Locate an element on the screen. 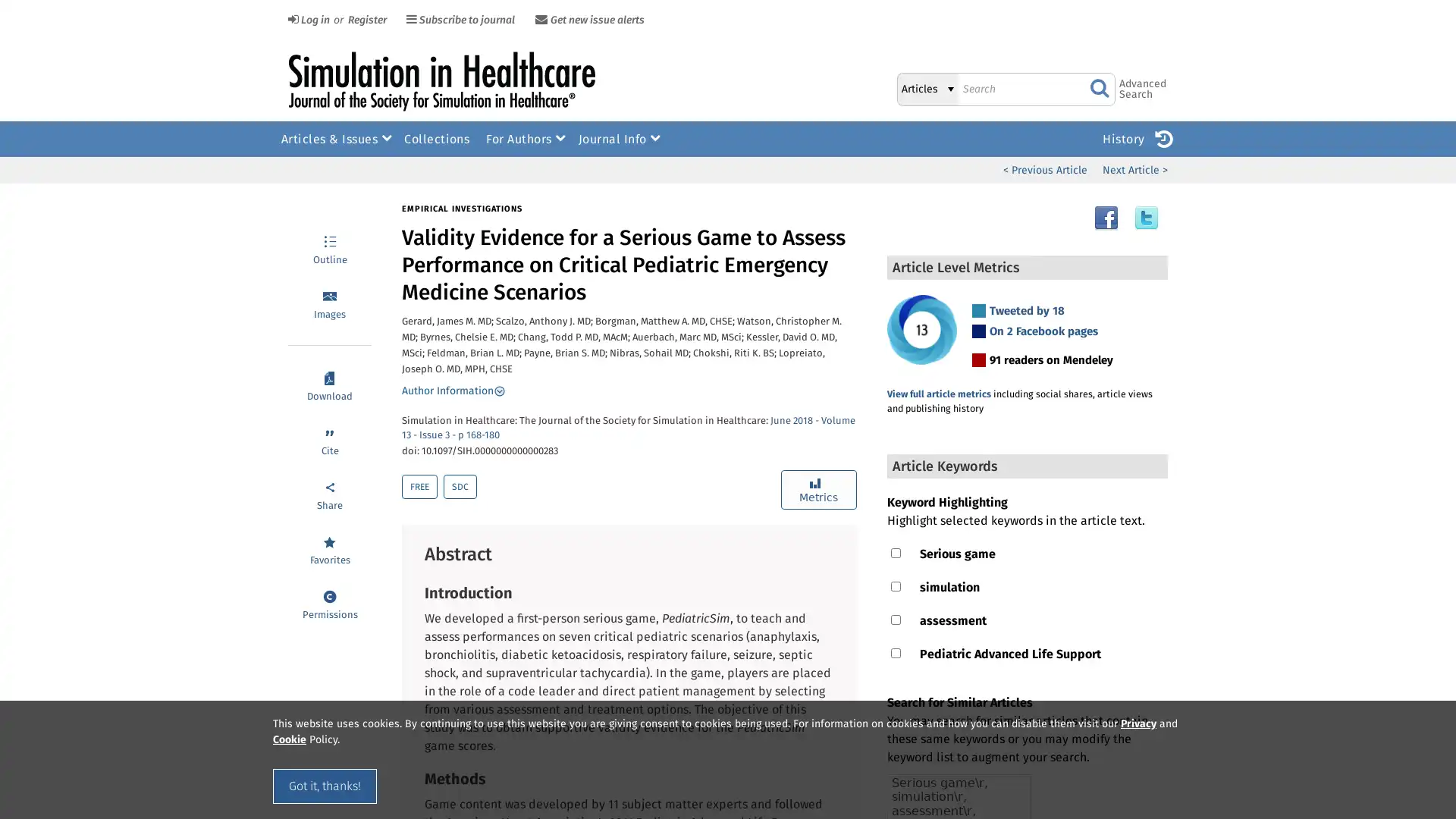 The height and width of the screenshot is (819, 1456). Metrics is located at coordinates (817, 489).